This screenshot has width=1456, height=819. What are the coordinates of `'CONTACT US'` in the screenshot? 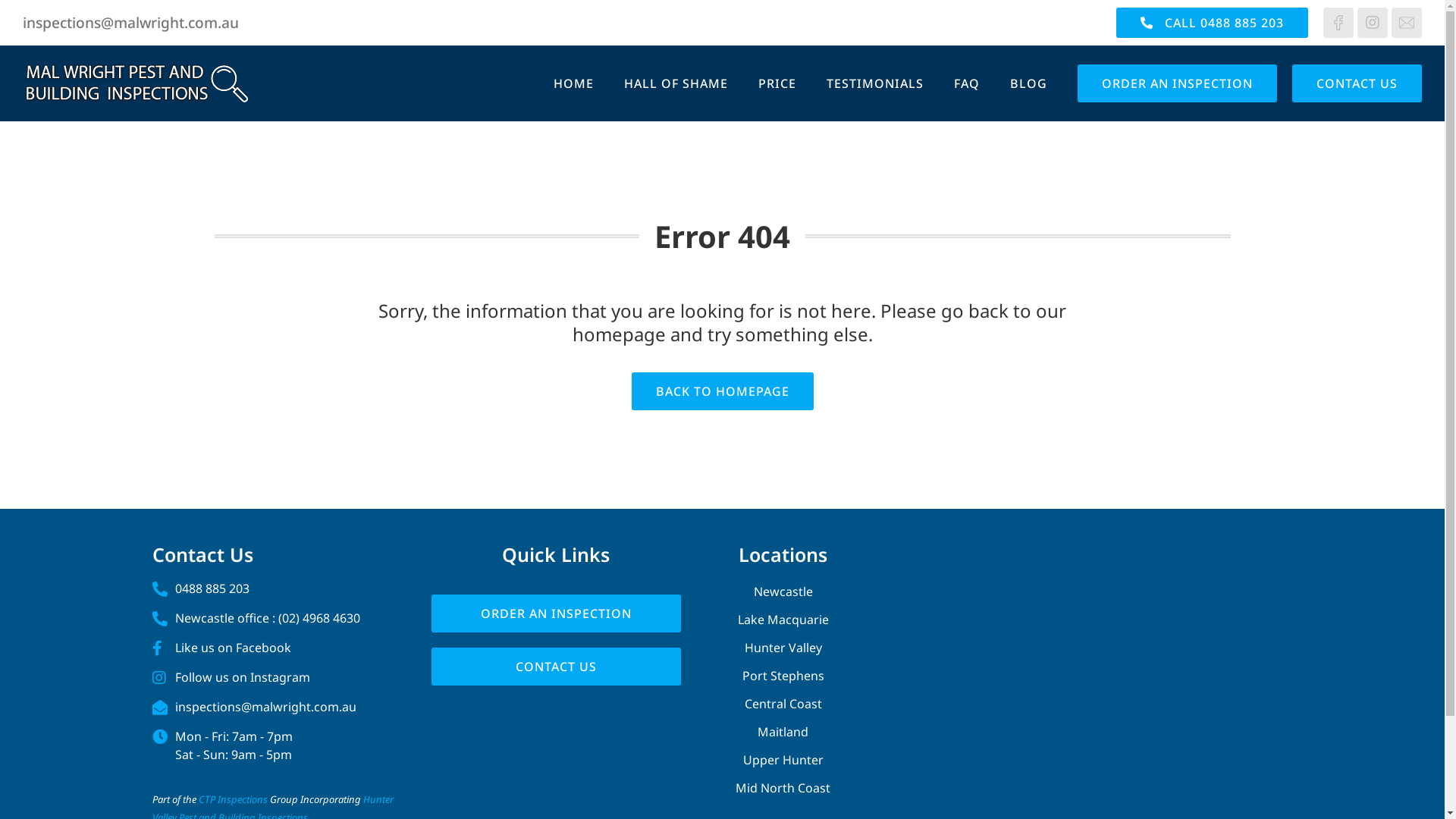 It's located at (1357, 83).